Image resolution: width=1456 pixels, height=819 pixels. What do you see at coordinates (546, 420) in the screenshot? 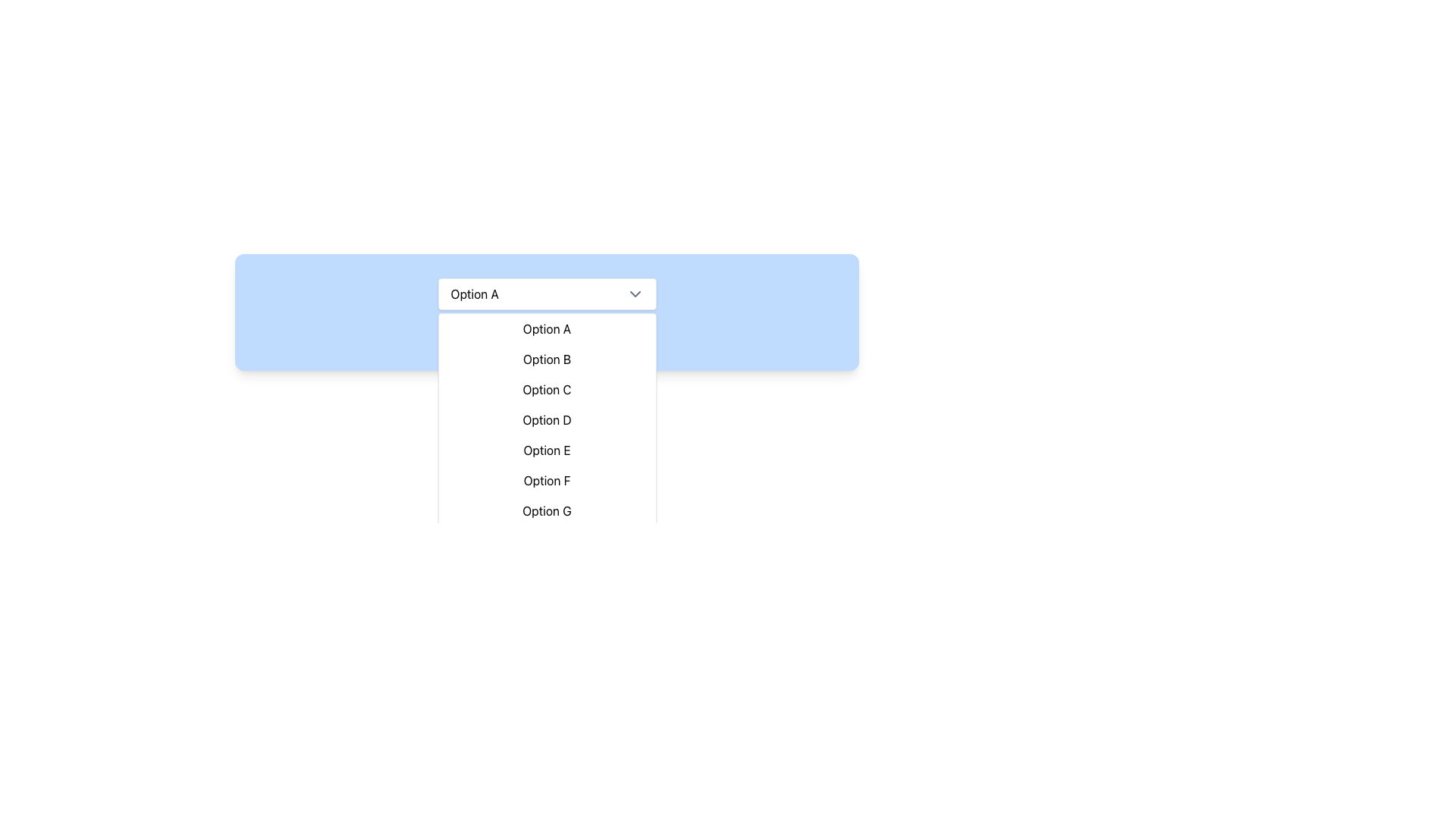
I see `the fourth option in the dropdown list, which assigns the value 'Option D' when selected` at bounding box center [546, 420].